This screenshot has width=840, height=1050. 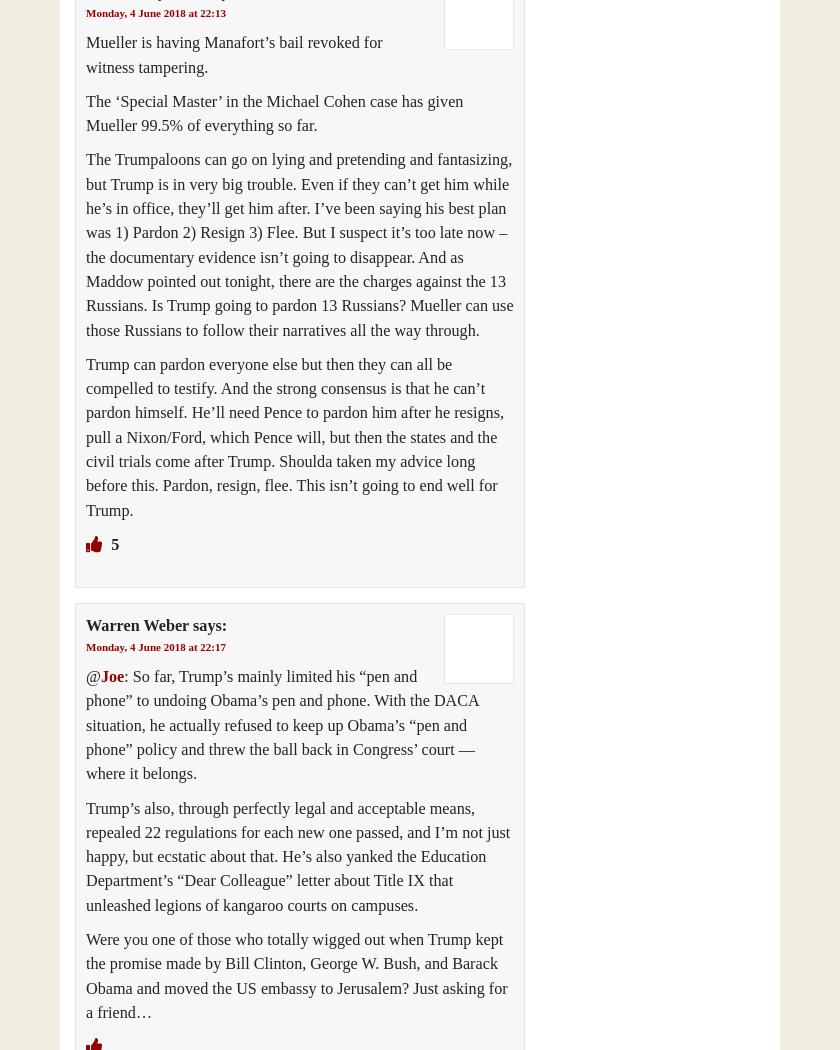 What do you see at coordinates (295, 436) in the screenshot?
I see `'Trump can pardon everyone else but then they can all be compelled to testify. And the strong consensus is that he can’t pardon himself.  He’ll need Pence to pardon him after he resigns, pull a Nixon/Ford, which Pence will, but then the states and the civil trials come after Trump.   Shoulda taken my advice long before this. Pardon, resign, flee.  This isn’t going to end well for Trump.'` at bounding box center [295, 436].